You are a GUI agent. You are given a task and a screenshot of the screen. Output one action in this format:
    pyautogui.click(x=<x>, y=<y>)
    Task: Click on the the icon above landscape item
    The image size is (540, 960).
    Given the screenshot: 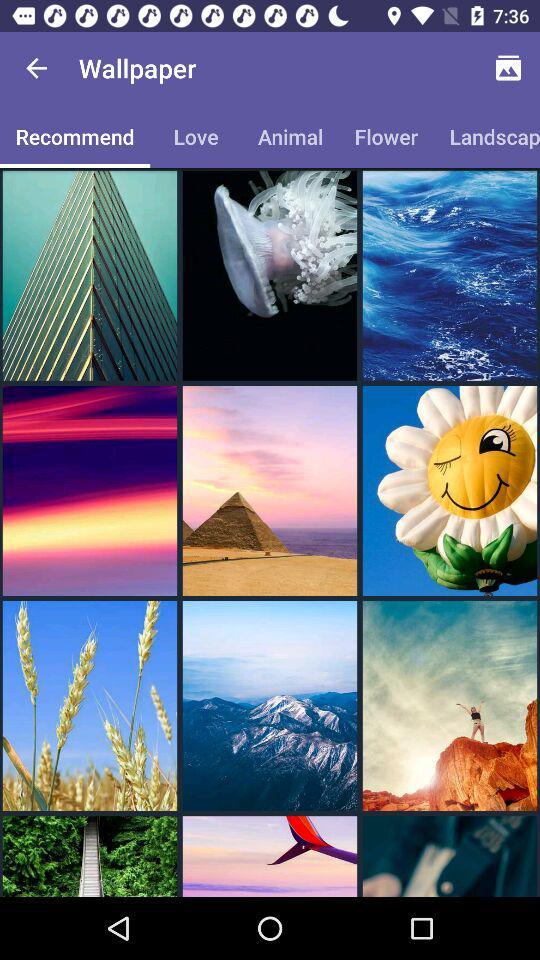 What is the action you would take?
    pyautogui.click(x=508, y=68)
    